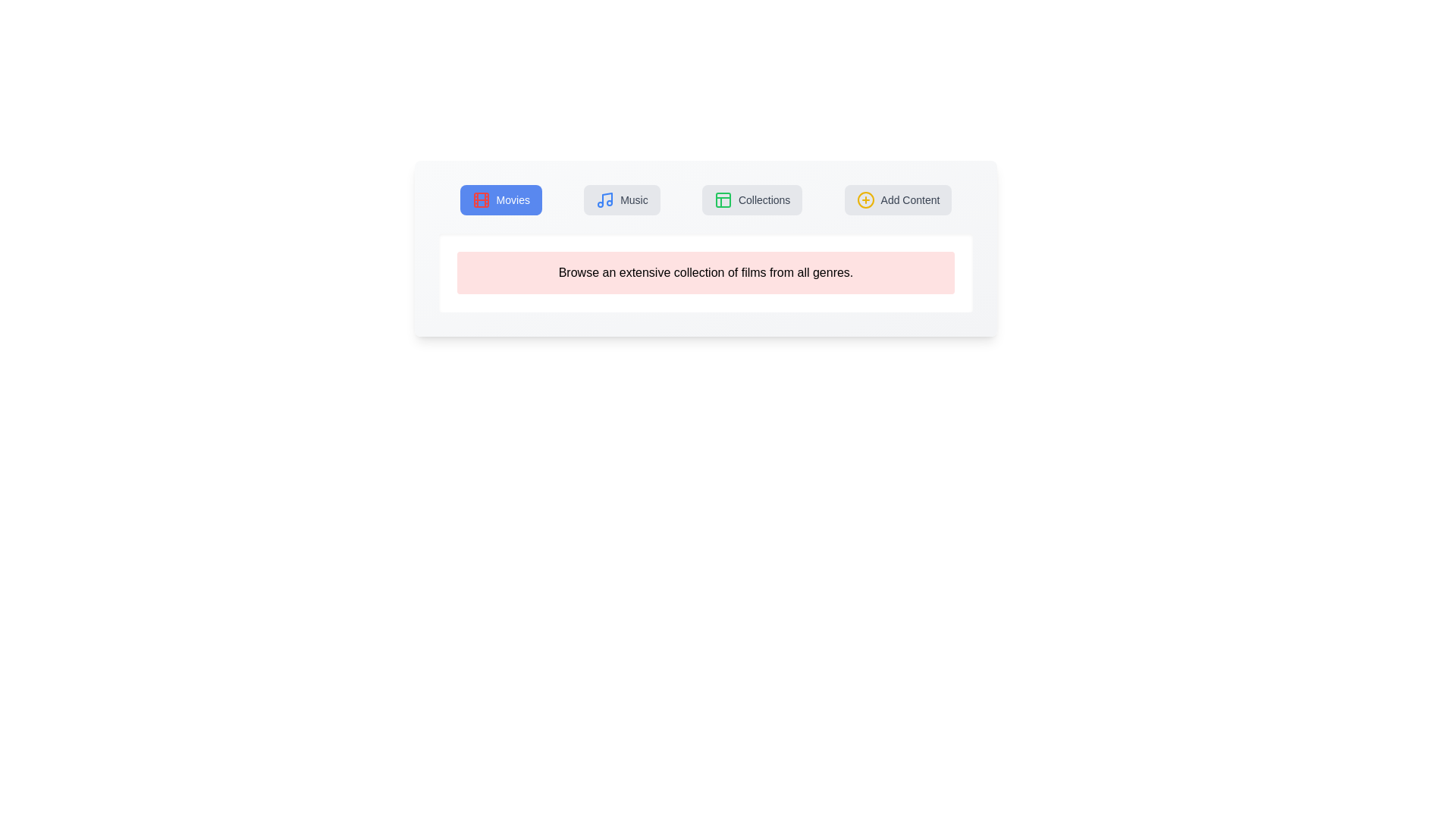  What do you see at coordinates (898, 199) in the screenshot?
I see `the tab labeled Add Content to navigate to its corresponding section` at bounding box center [898, 199].